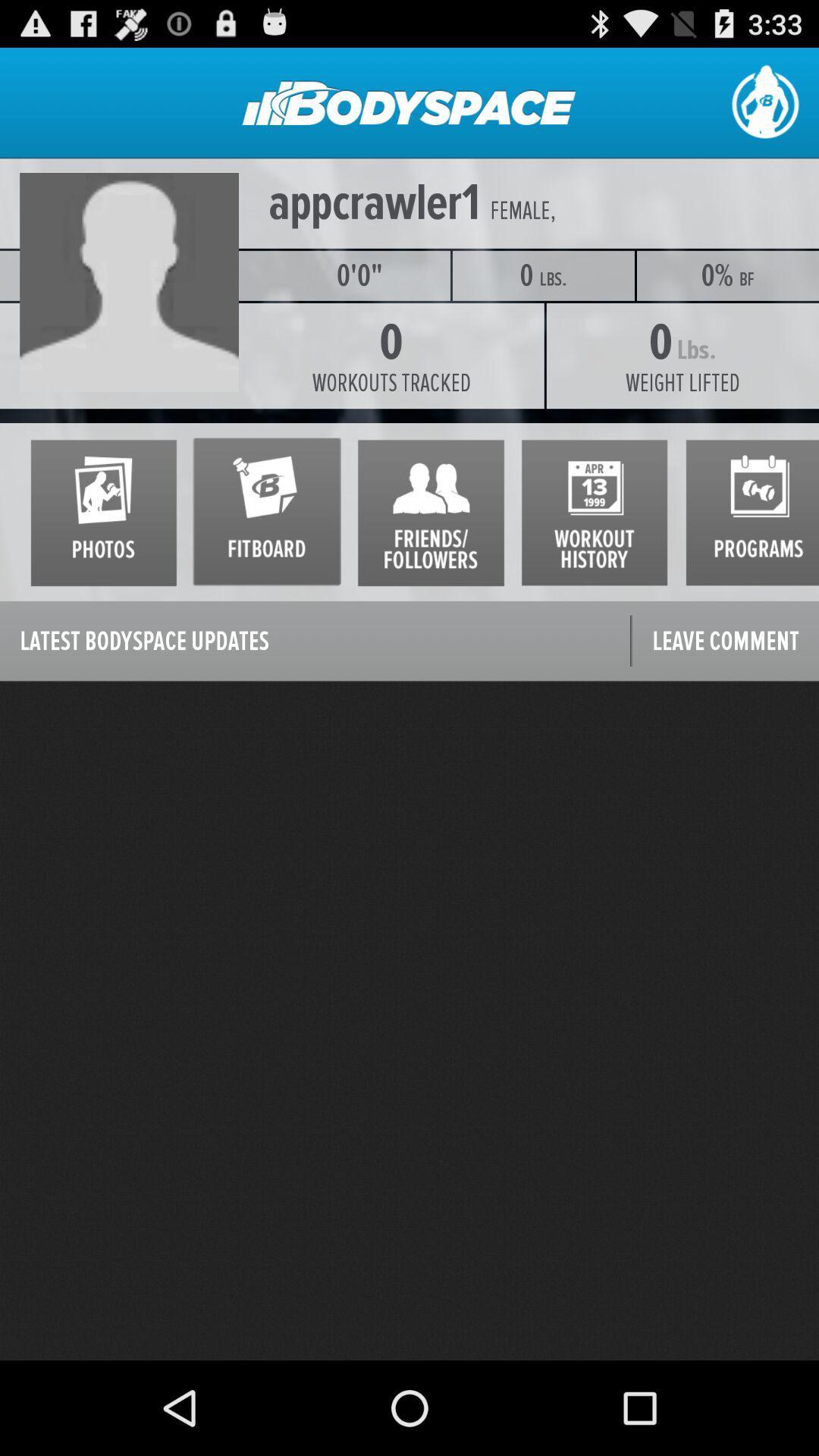  Describe the element at coordinates (682, 383) in the screenshot. I see `weight lifted icon` at that location.